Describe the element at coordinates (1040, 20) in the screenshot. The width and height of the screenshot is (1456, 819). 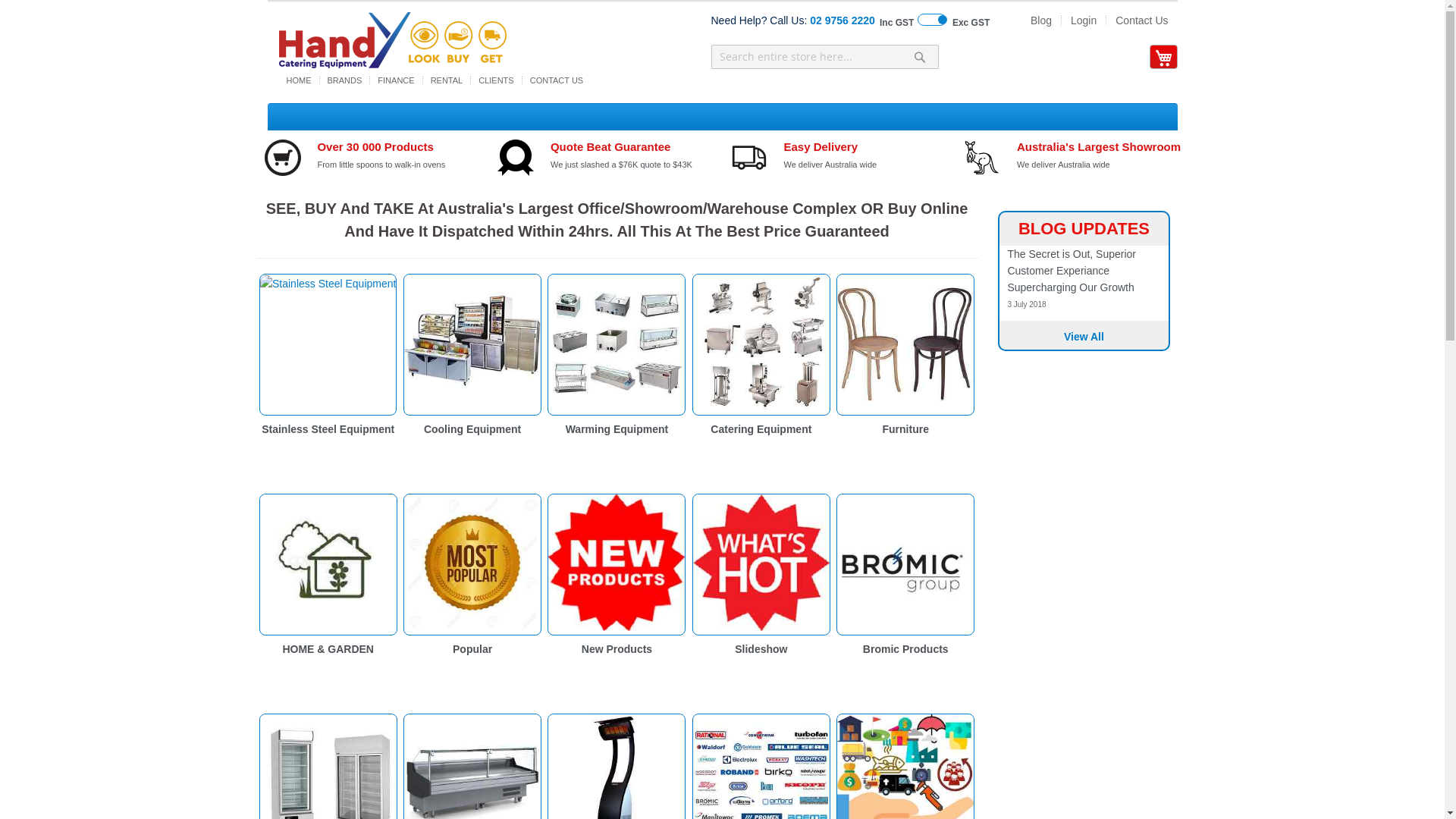
I see `'Blog'` at that location.